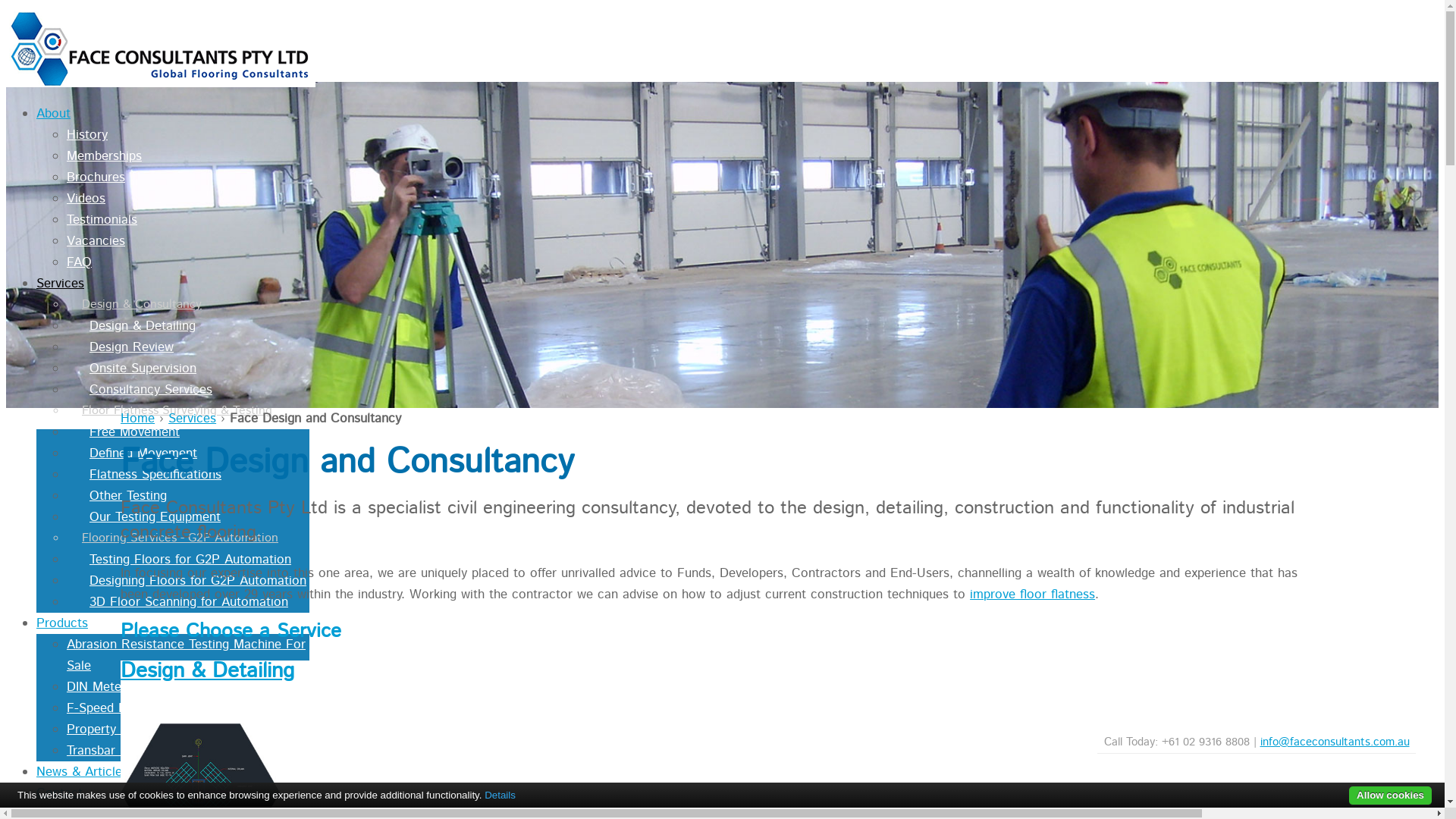  Describe the element at coordinates (95, 177) in the screenshot. I see `'Brochures'` at that location.